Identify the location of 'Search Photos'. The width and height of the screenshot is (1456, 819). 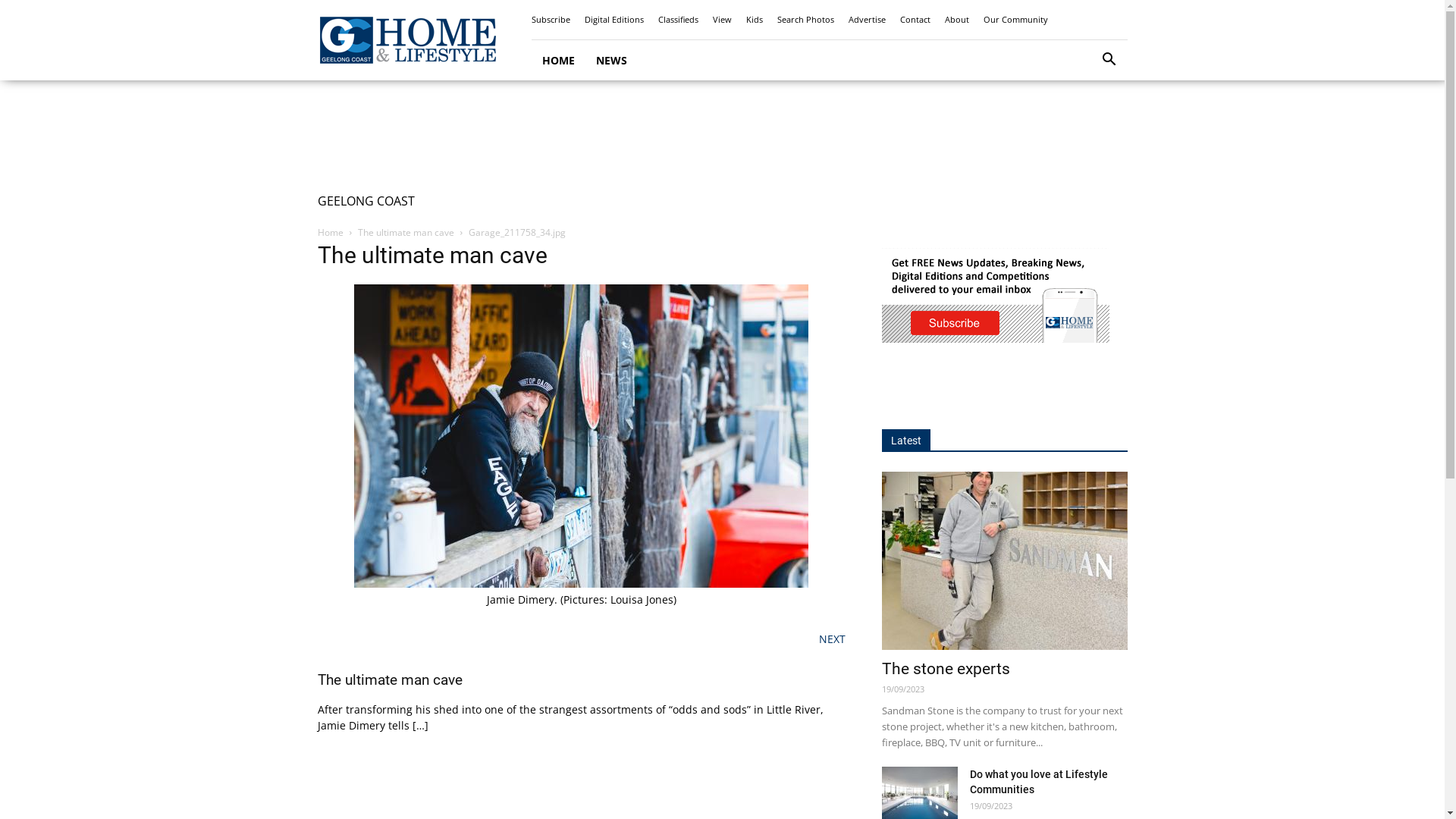
(776, 19).